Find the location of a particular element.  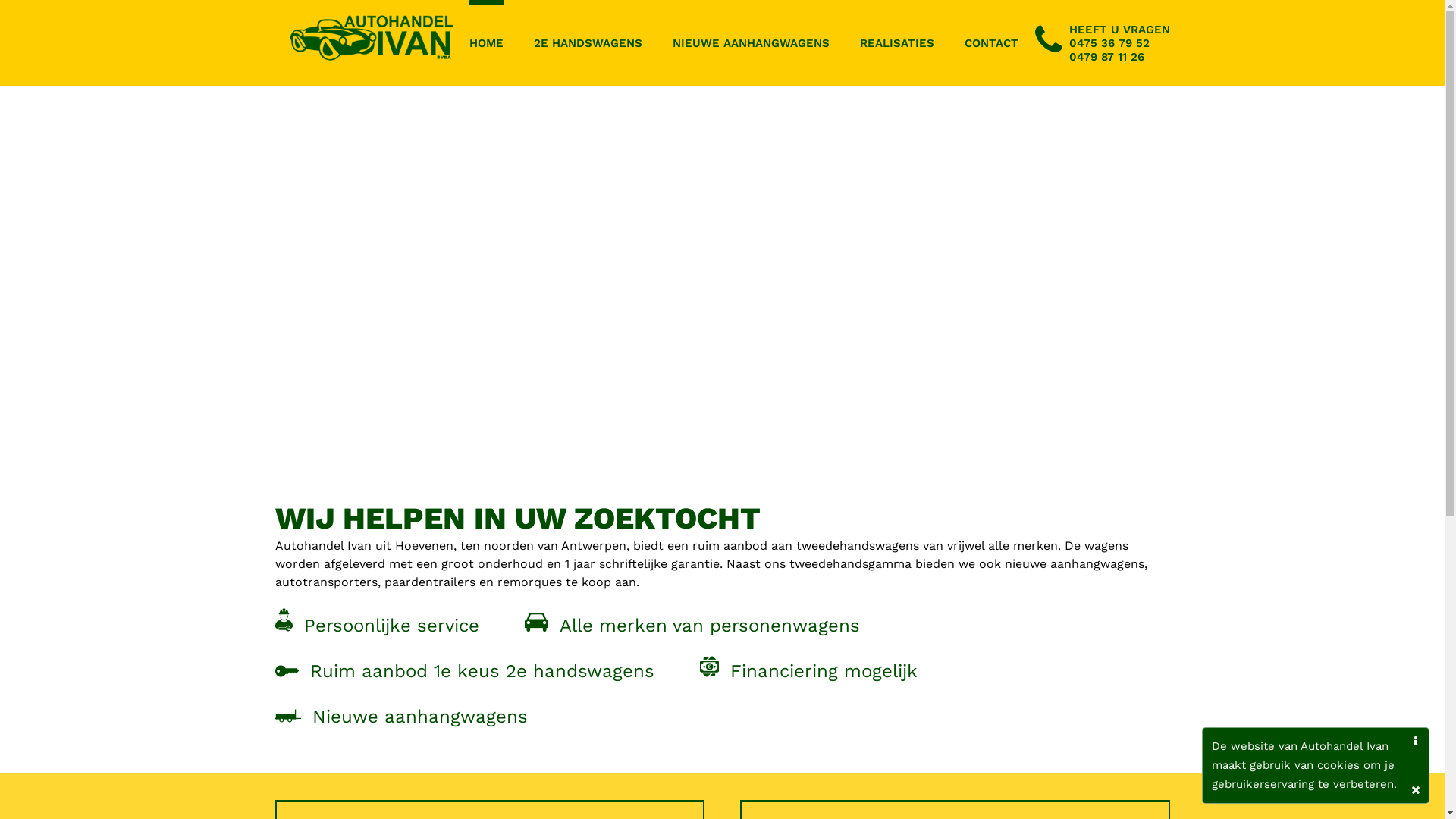

'0475 36 79 52' is located at coordinates (1109, 42).